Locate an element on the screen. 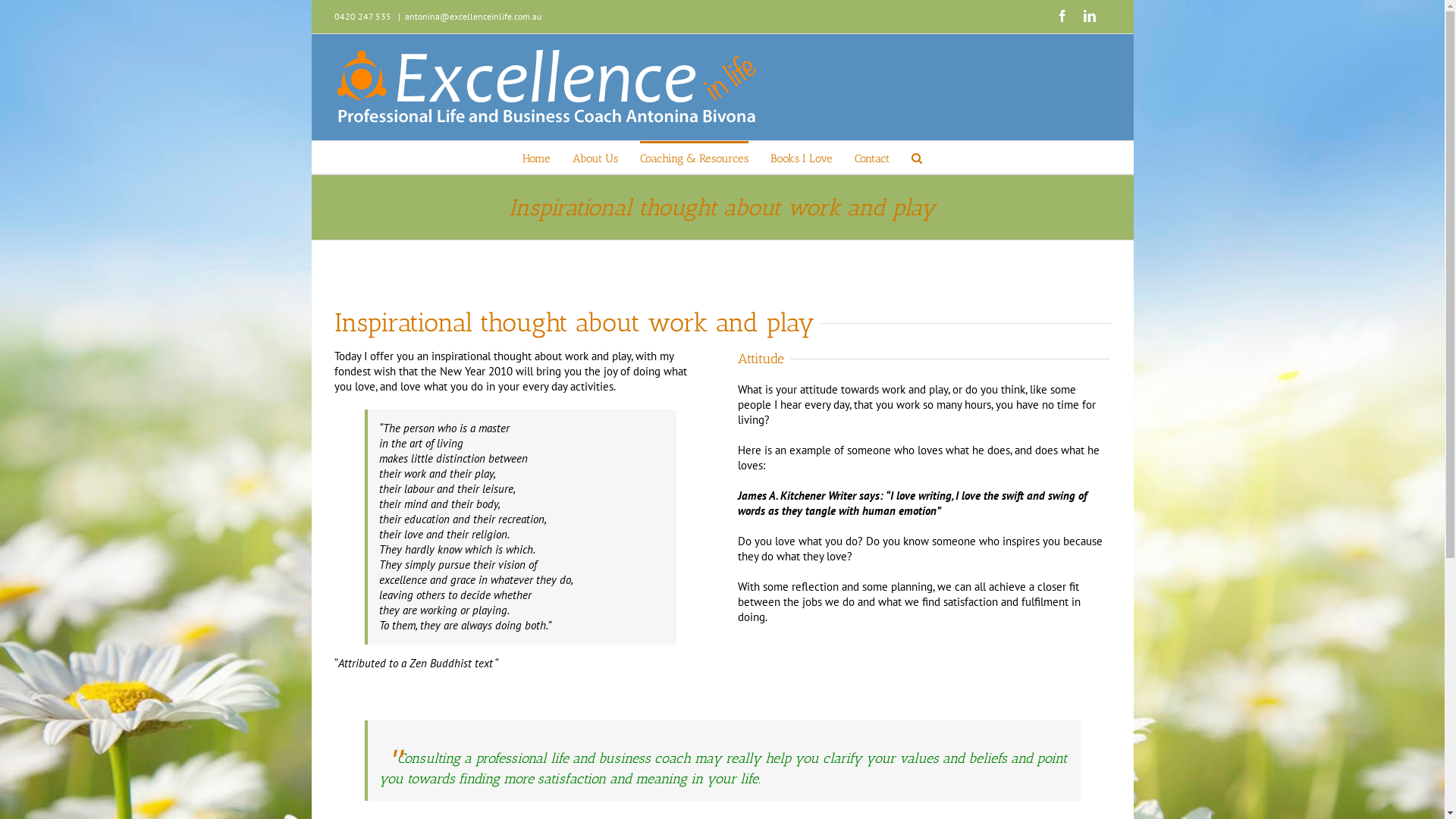 Image resolution: width=1456 pixels, height=819 pixels. 'Contact' is located at coordinates (872, 157).